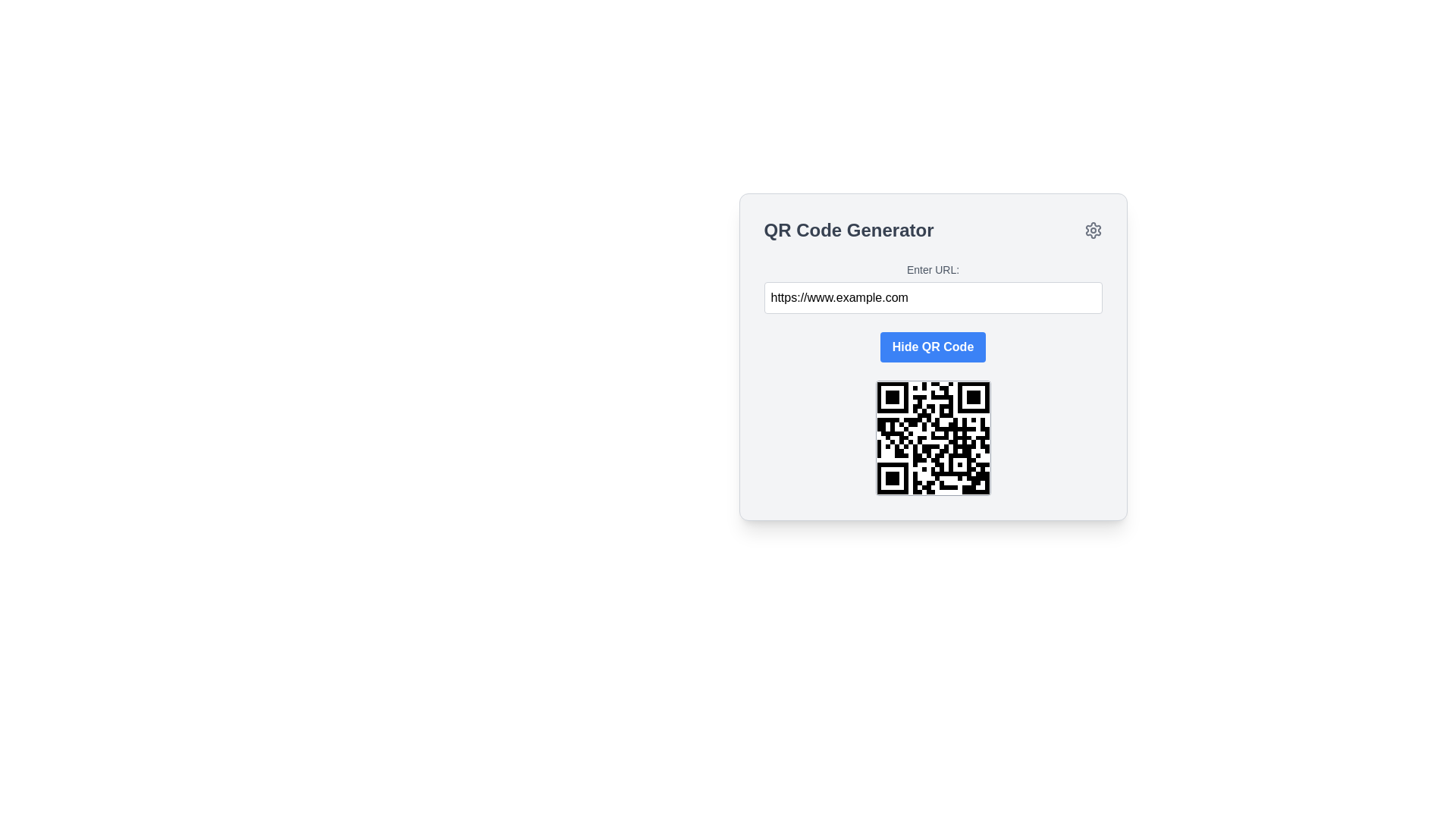  I want to click on the 'QR Code Generator' text label, which is a bold, large-sized header styled in dark gray and positioned near the top-left corner of the card component, to the left of a gear icon, so click(848, 231).